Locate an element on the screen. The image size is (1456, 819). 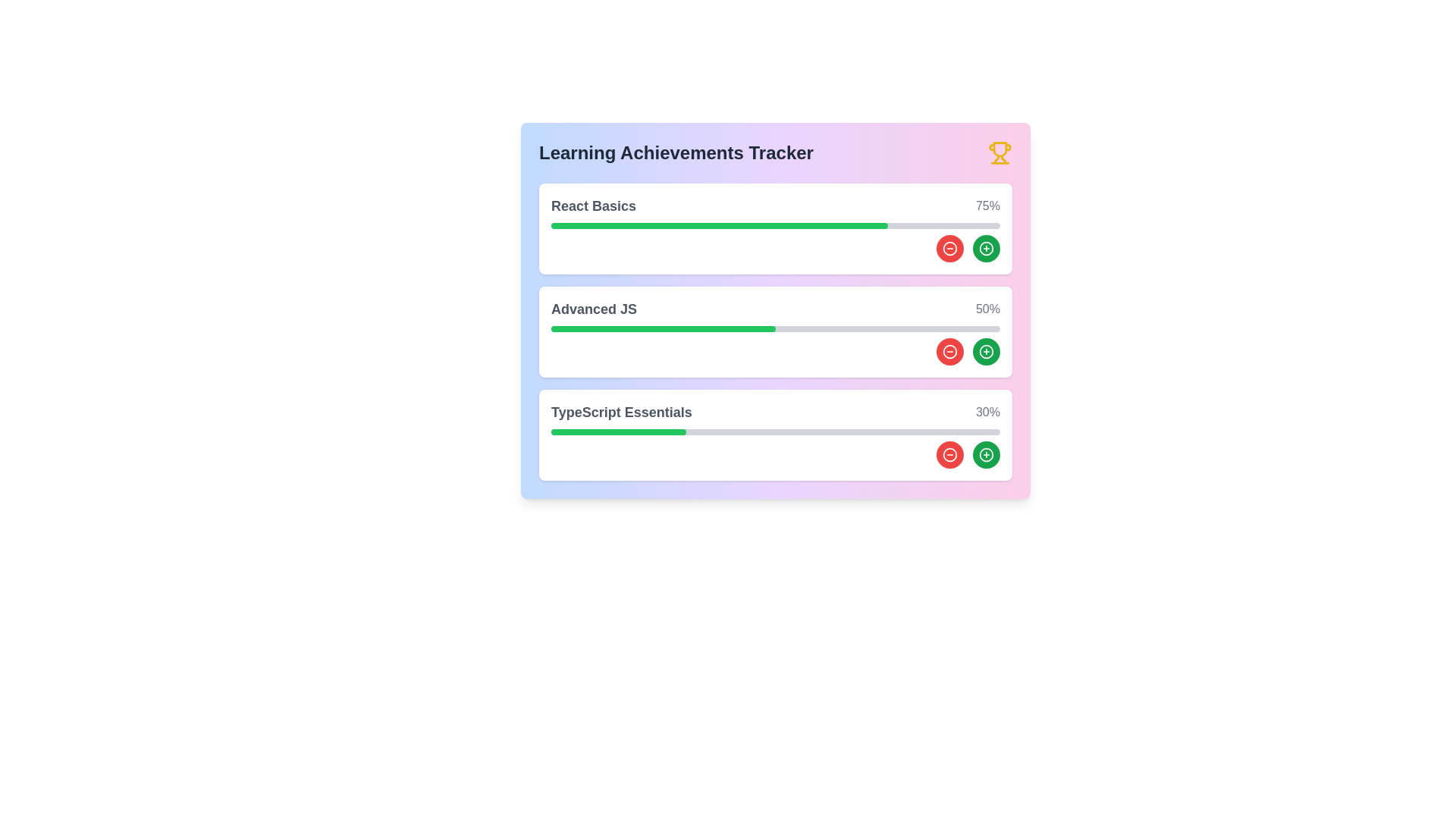
the decrement button located to the left of the green plus button in the horizontal row of interactive elements aligned to the right of the 'TypeScript Essentials' progress bar is located at coordinates (949, 454).